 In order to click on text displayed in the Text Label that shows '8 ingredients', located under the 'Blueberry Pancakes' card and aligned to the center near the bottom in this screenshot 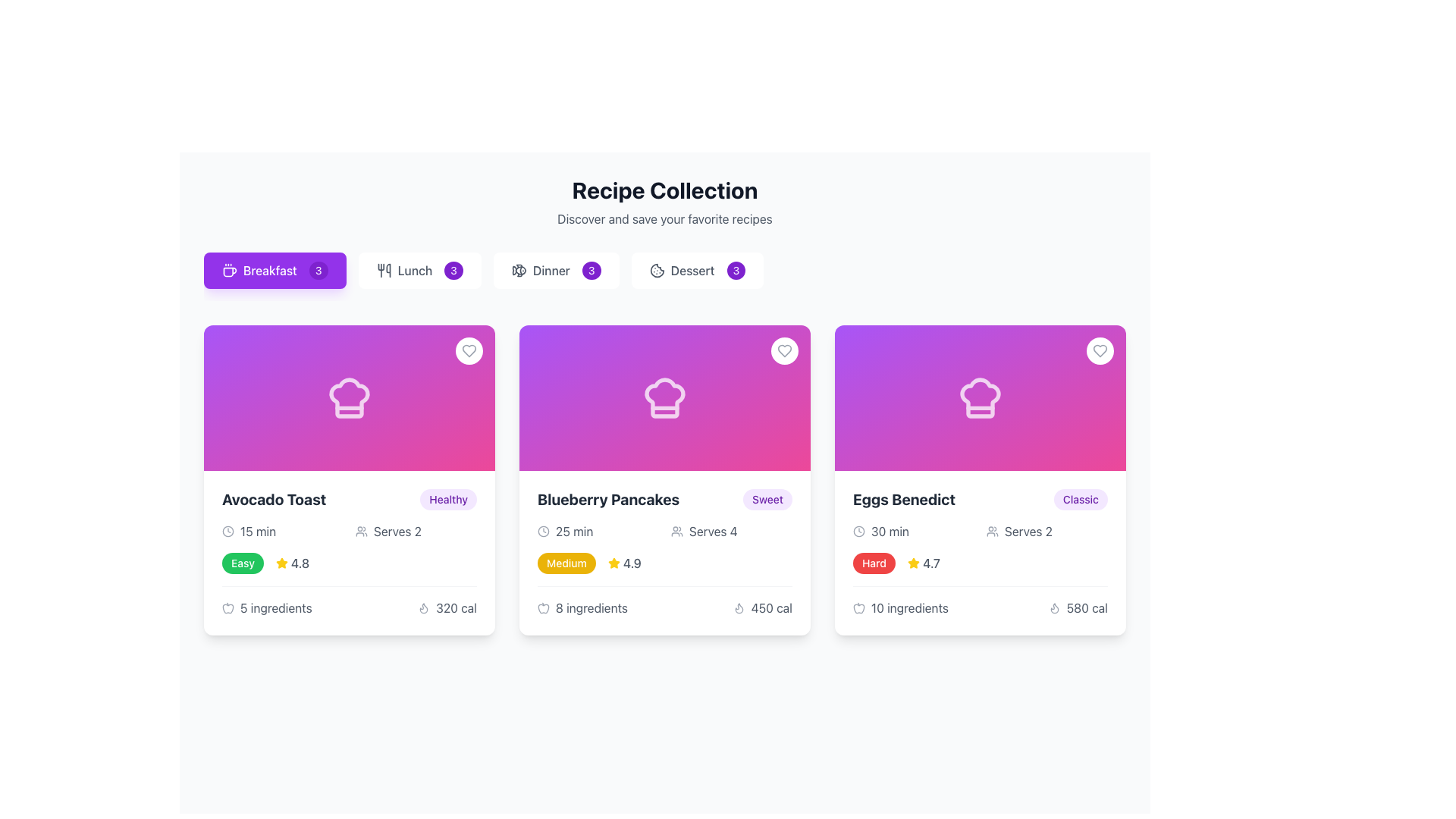, I will do `click(591, 607)`.